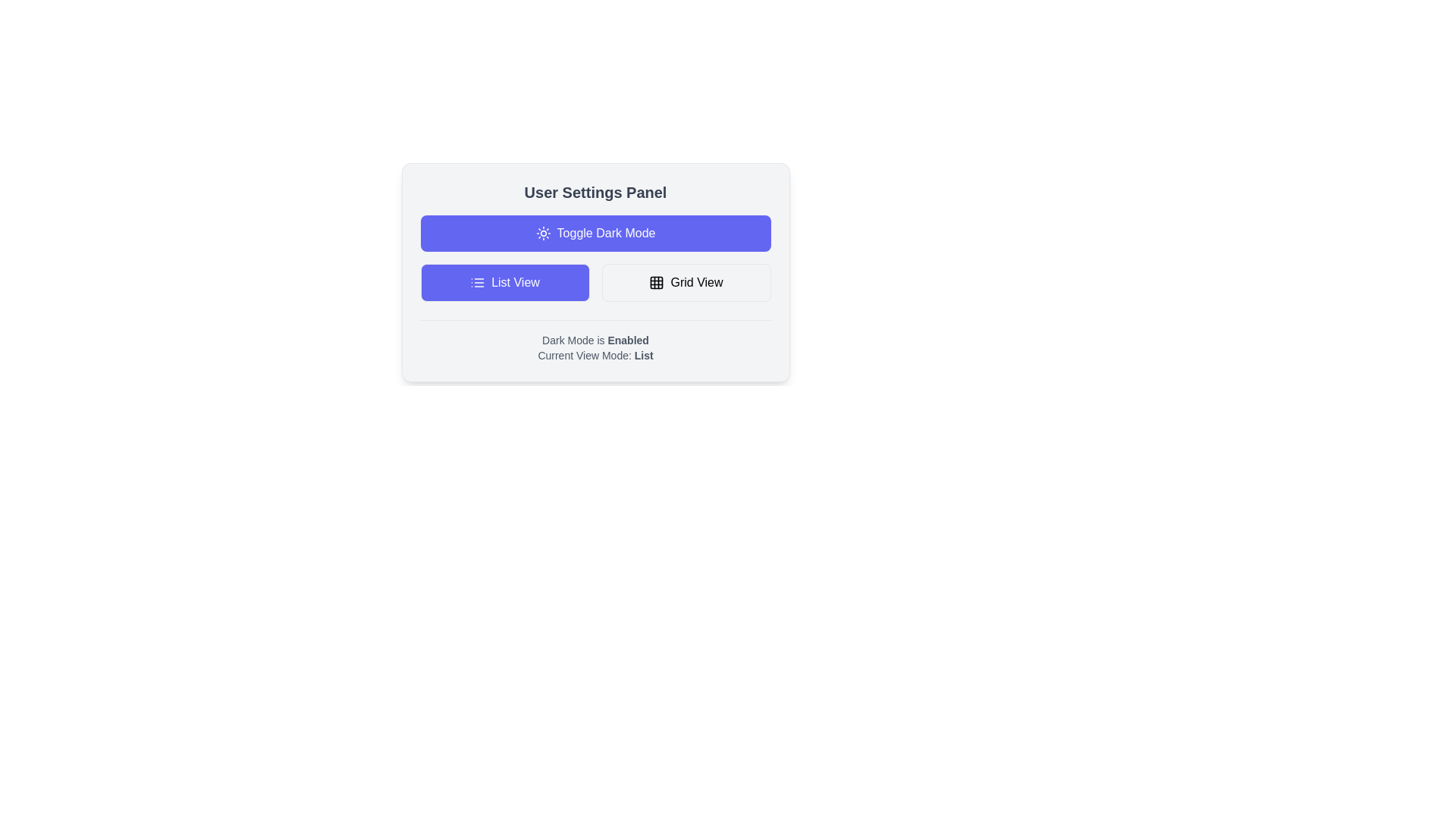 The width and height of the screenshot is (1456, 819). I want to click on the sun-shaped icon located at the left end of the 'Toggle Dark Mode' button in the 'User Settings Panel', so click(543, 234).